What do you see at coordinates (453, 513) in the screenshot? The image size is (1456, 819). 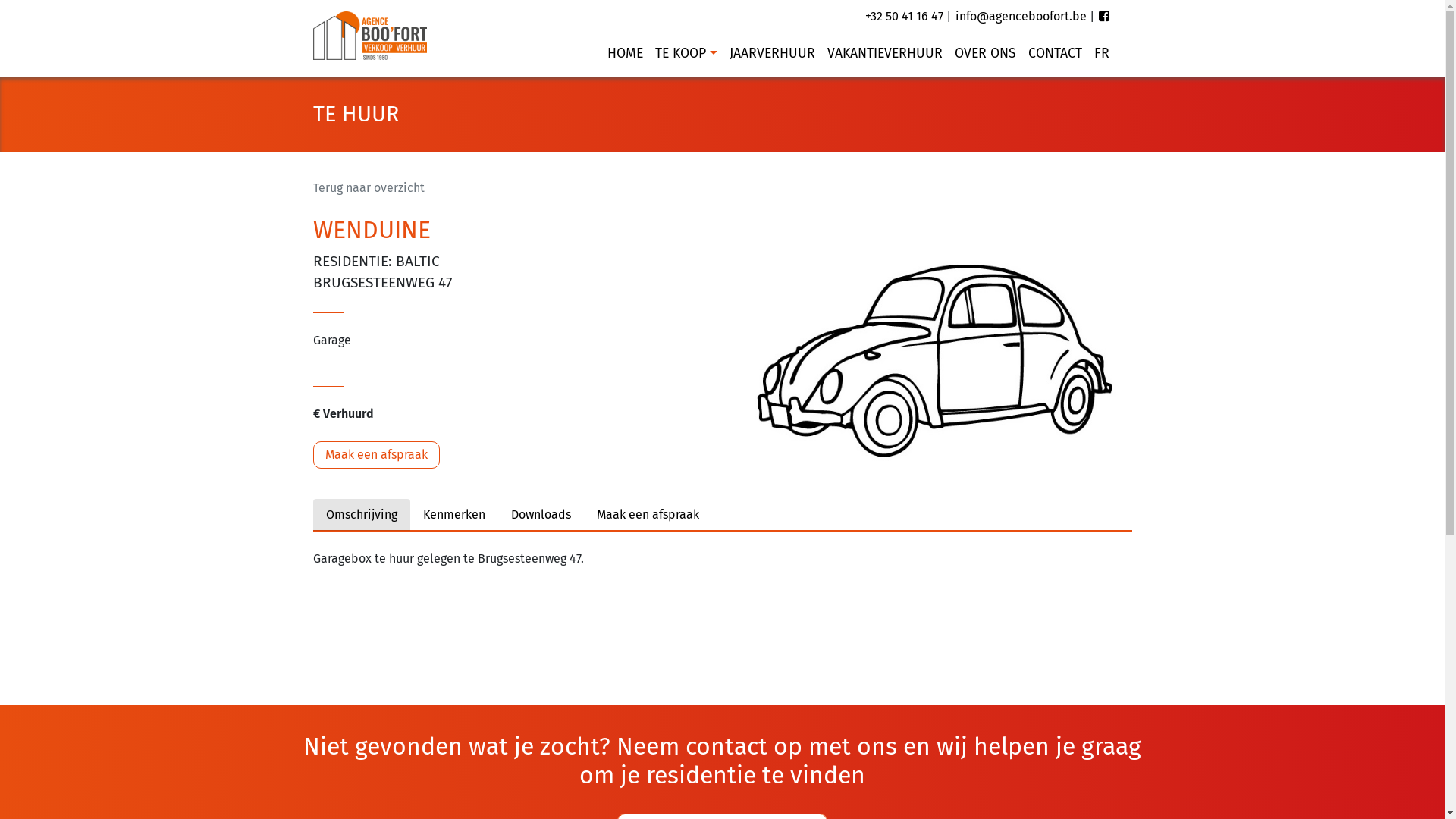 I see `'Kenmerken'` at bounding box center [453, 513].